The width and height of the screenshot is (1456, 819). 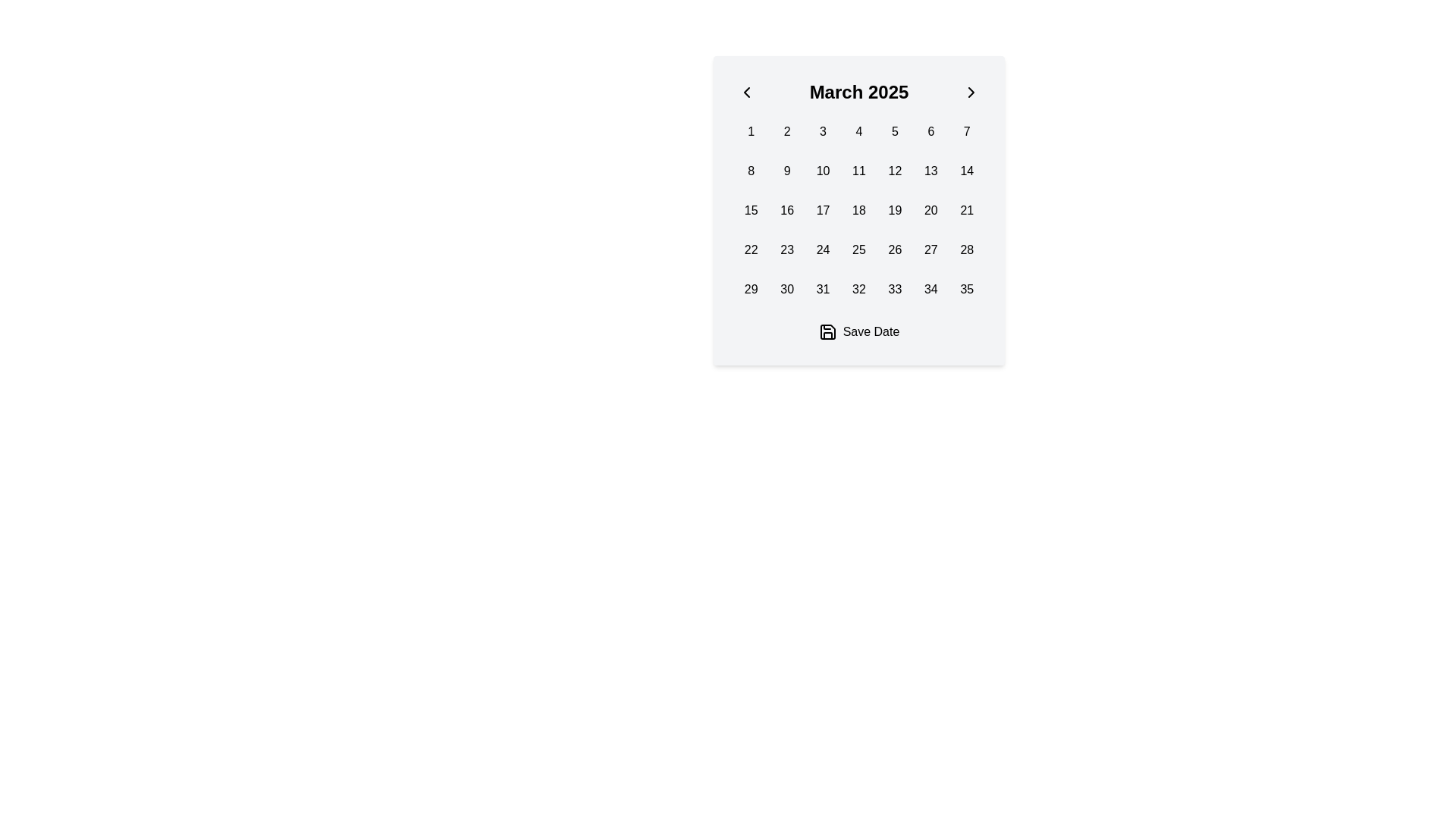 I want to click on the selectable button in the grid layout that represents the number '16', located in the third row and second column, so click(x=786, y=210).